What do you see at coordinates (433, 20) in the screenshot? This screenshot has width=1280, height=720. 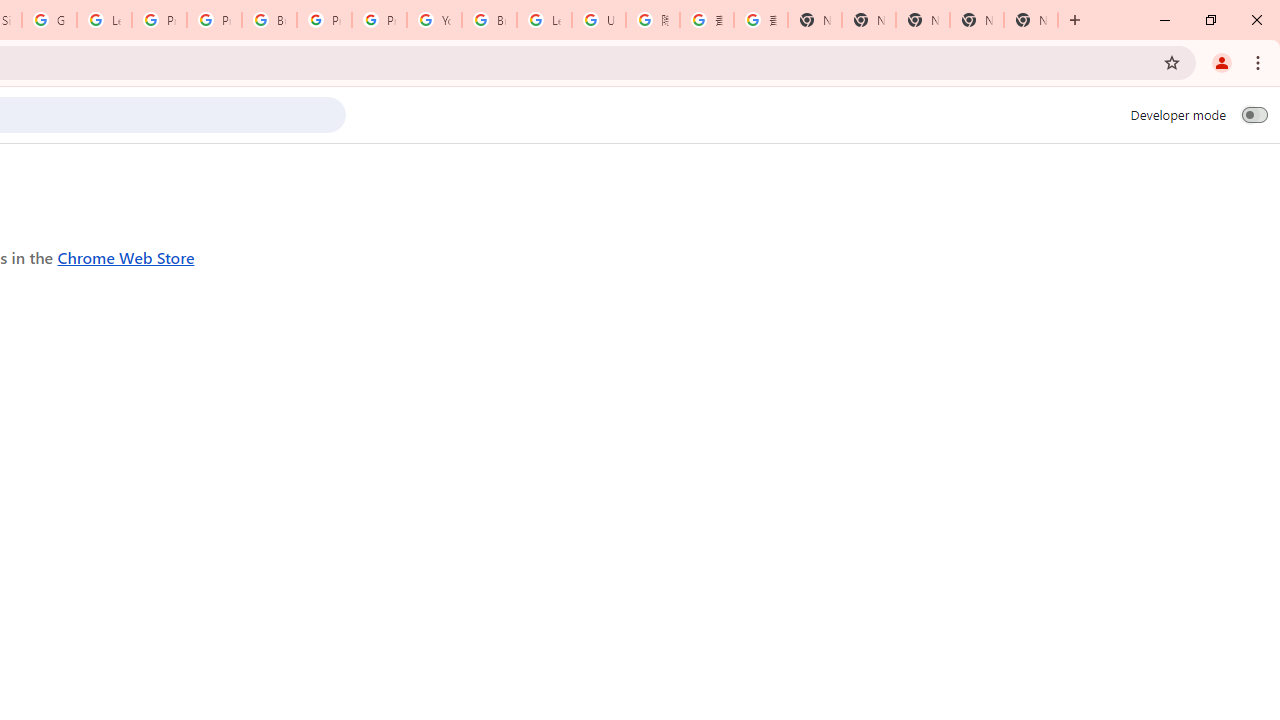 I see `'YouTube'` at bounding box center [433, 20].